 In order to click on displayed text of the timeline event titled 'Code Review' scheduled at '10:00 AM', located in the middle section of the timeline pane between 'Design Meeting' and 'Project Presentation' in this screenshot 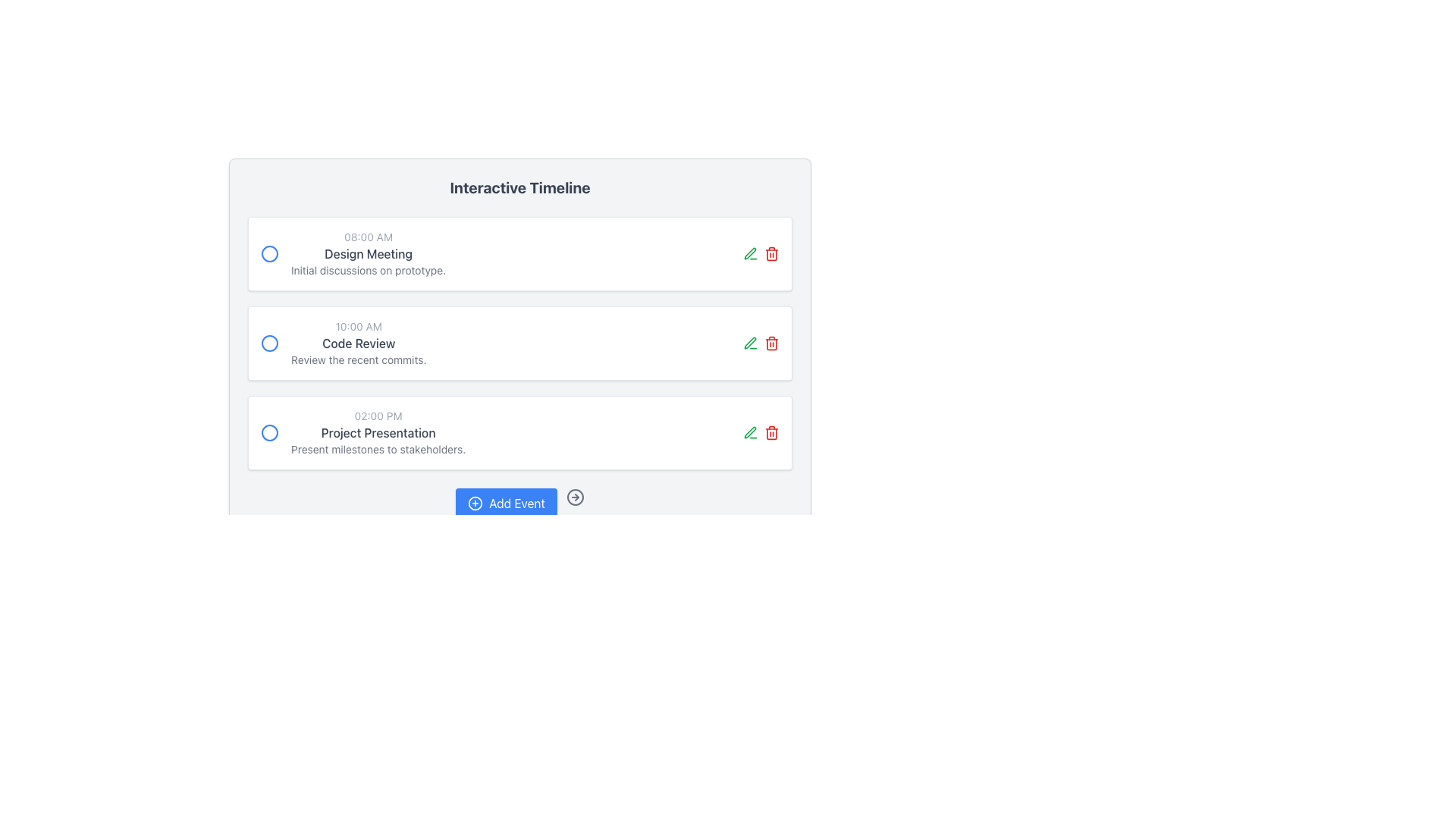, I will do `click(343, 343)`.